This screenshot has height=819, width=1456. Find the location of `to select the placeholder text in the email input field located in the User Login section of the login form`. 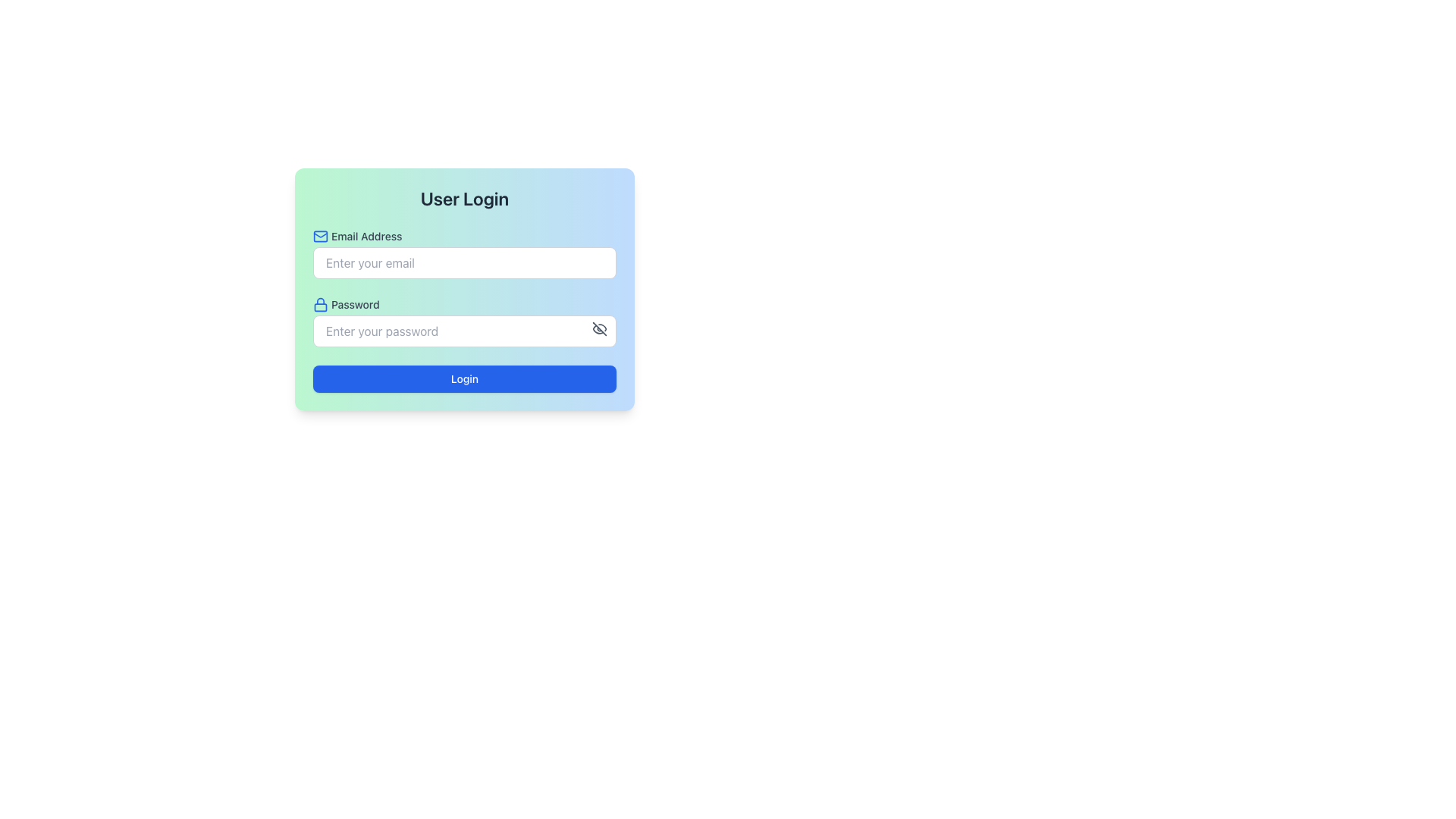

to select the placeholder text in the email input field located in the User Login section of the login form is located at coordinates (464, 253).